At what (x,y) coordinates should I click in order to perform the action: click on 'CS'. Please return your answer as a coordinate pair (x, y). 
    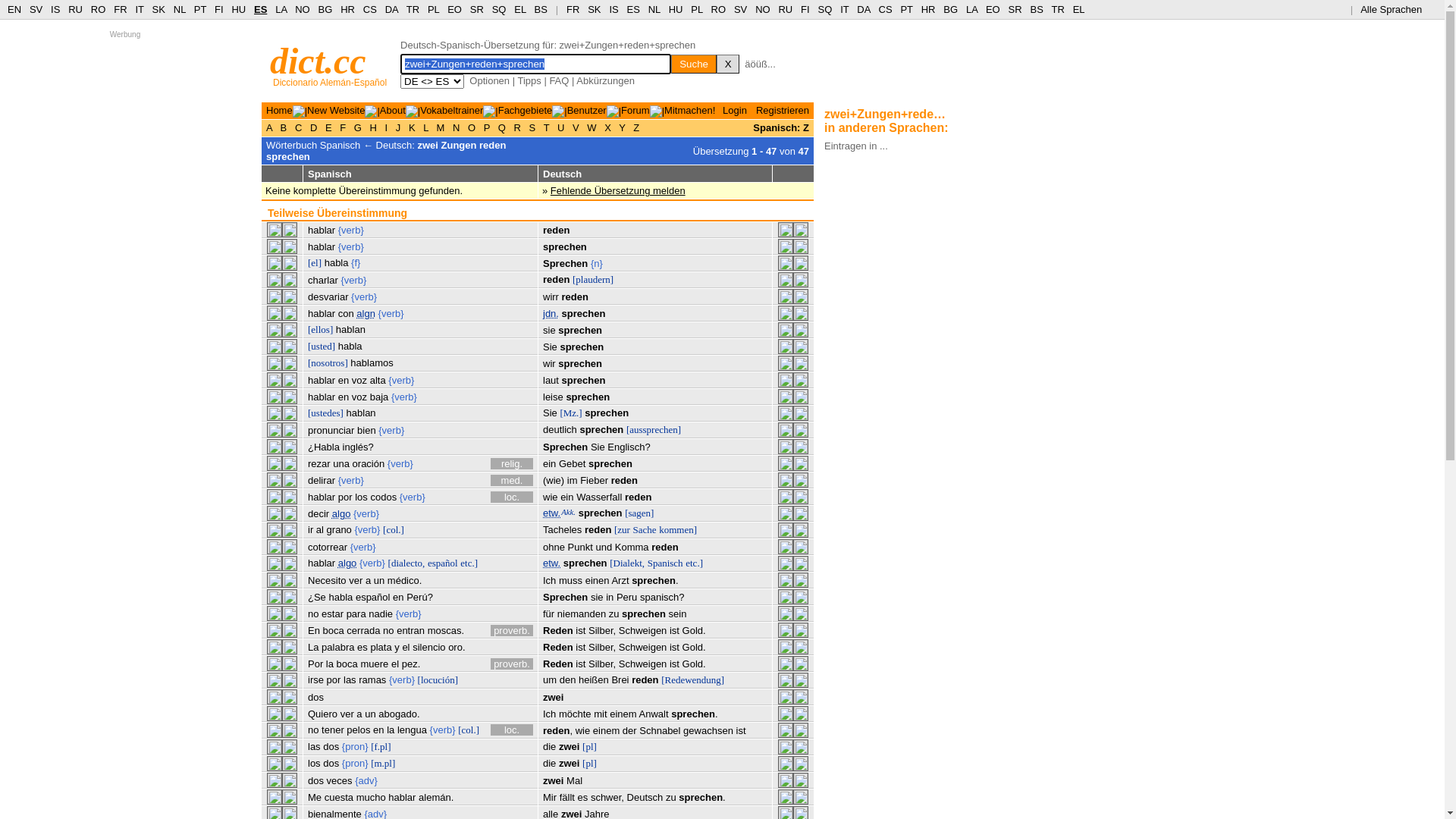
    Looking at the image, I should click on (884, 9).